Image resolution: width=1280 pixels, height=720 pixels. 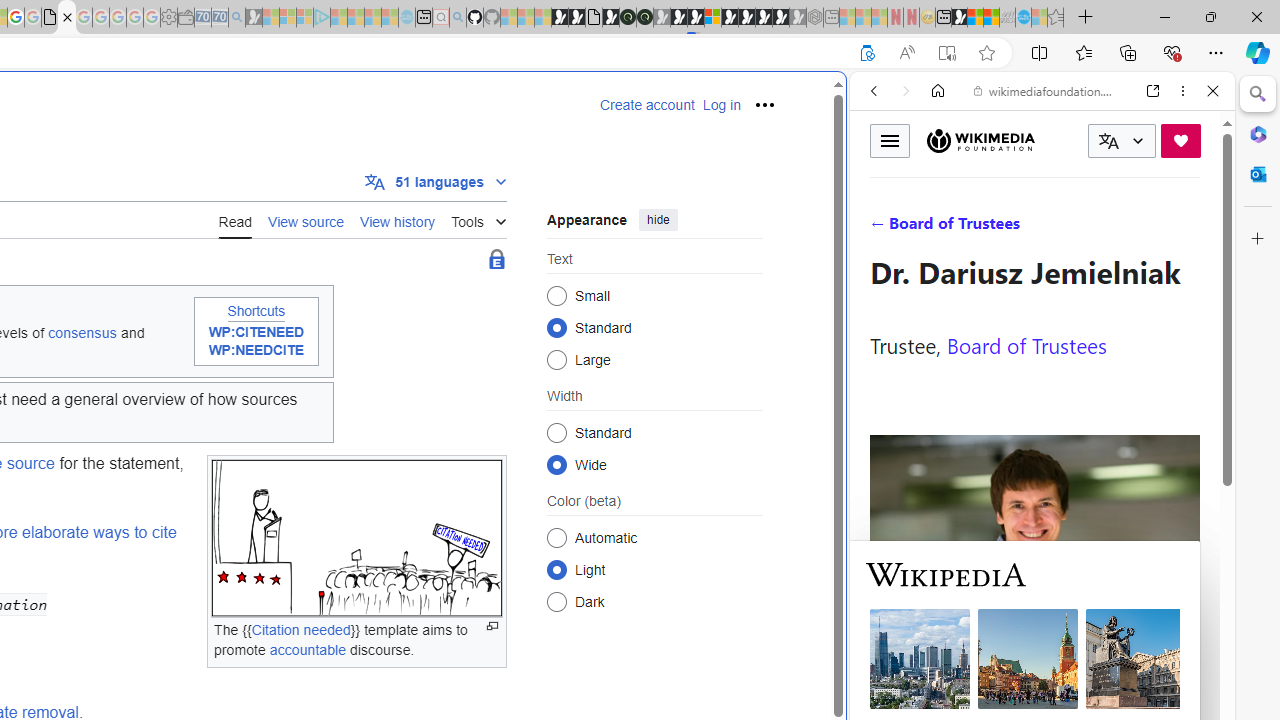 I want to click on 'Create account', so click(x=647, y=105).